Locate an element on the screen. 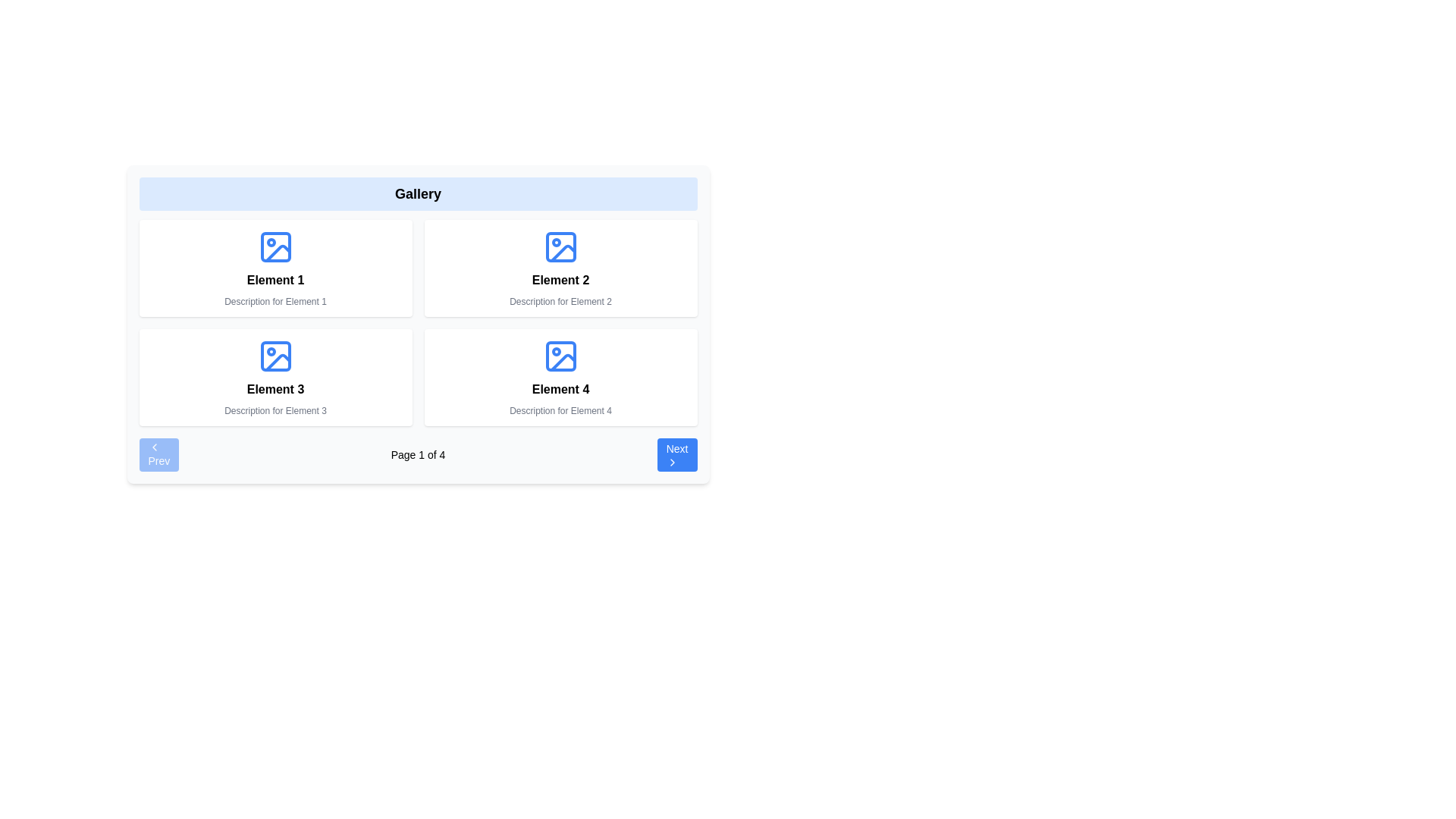 The width and height of the screenshot is (1456, 819). the static text label providing additional information about the card titled 'Element 1', located directly below the bold heading text within the first card of the grid layout is located at coordinates (275, 301).